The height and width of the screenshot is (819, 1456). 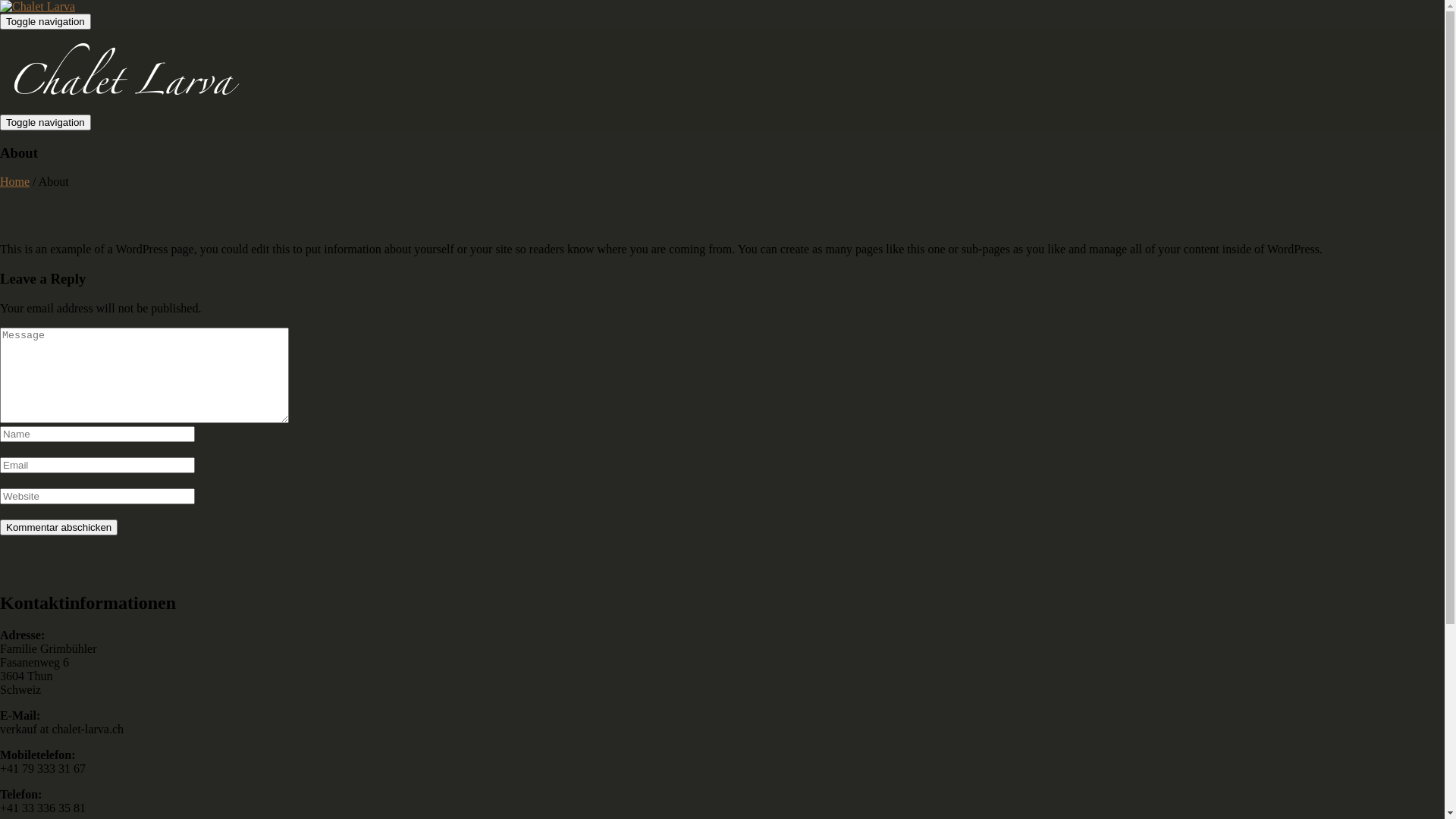 What do you see at coordinates (45, 121) in the screenshot?
I see `'Toggle navigation'` at bounding box center [45, 121].